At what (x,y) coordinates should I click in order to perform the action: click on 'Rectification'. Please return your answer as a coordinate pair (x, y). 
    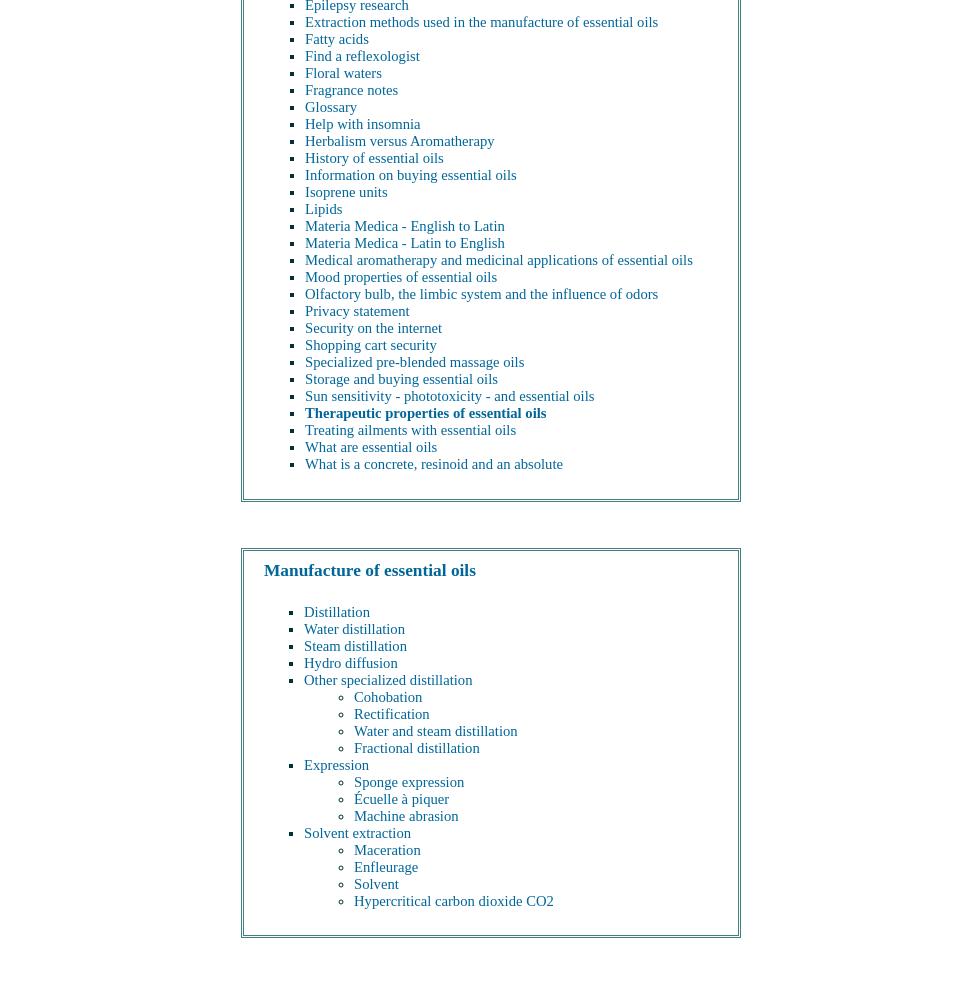
    Looking at the image, I should click on (354, 713).